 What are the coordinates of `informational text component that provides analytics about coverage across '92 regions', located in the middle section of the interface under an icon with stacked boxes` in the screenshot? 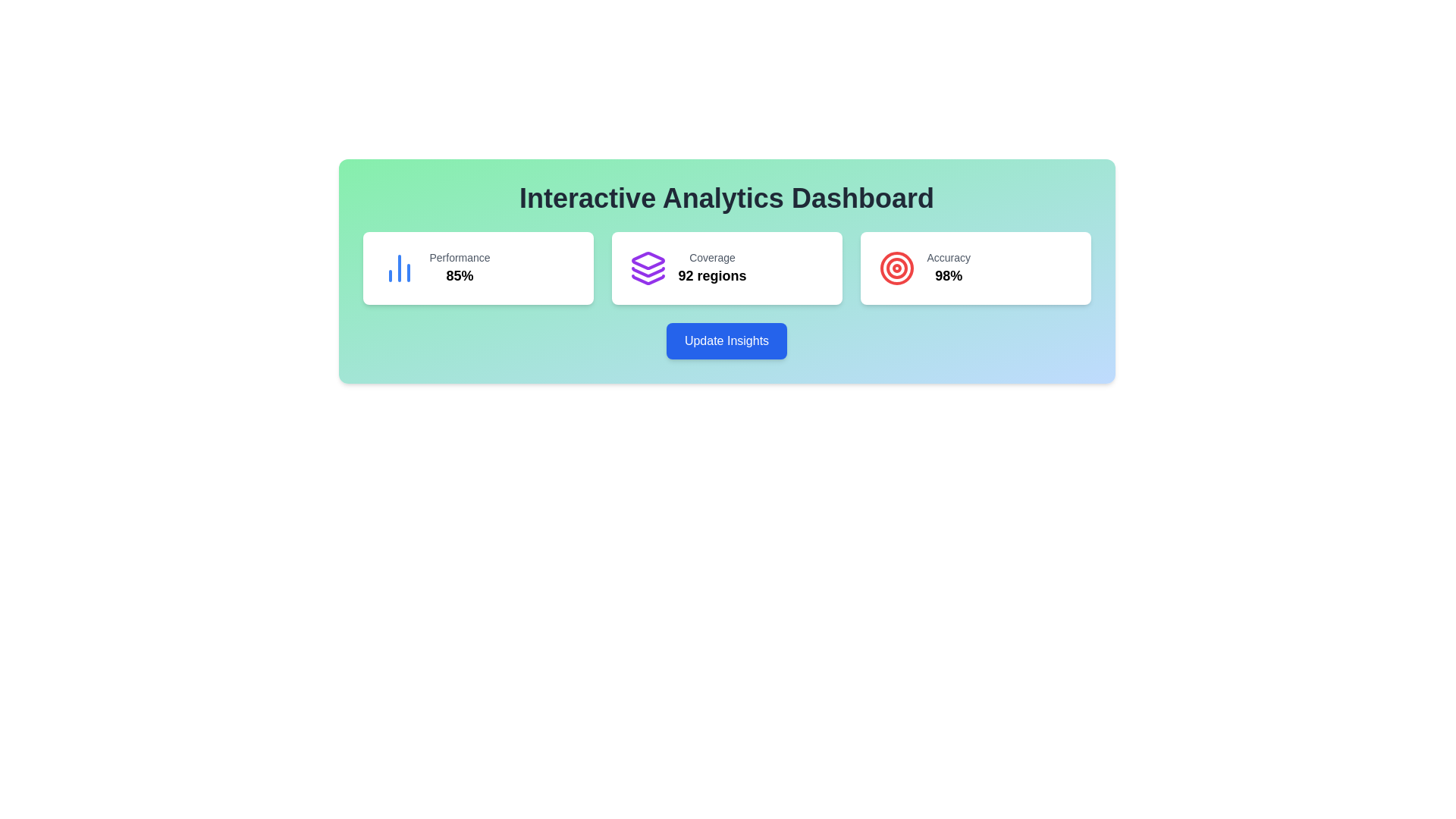 It's located at (711, 268).